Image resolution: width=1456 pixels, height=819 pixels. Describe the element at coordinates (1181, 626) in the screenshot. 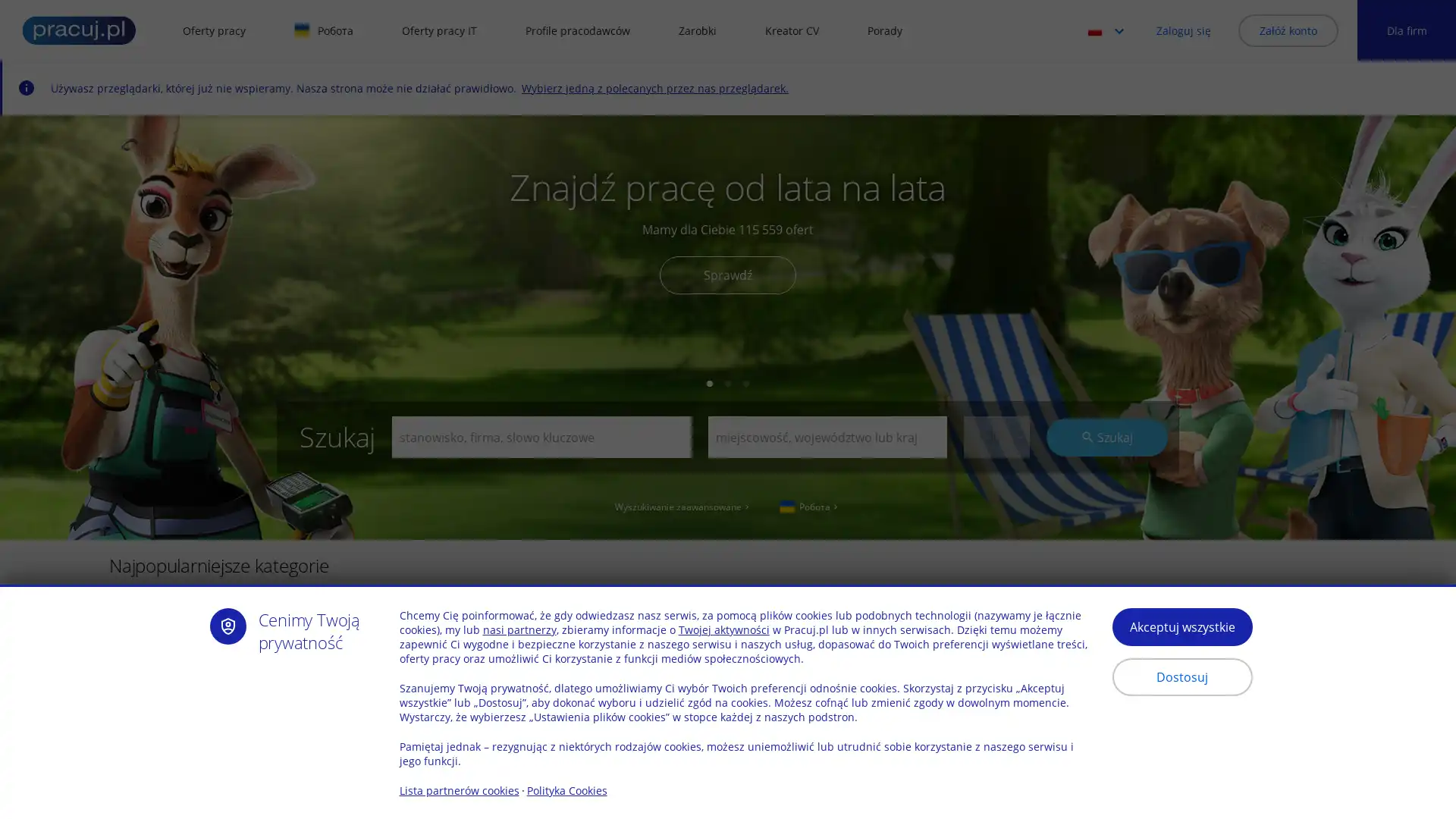

I see `Akceptuj wszystkie` at that location.